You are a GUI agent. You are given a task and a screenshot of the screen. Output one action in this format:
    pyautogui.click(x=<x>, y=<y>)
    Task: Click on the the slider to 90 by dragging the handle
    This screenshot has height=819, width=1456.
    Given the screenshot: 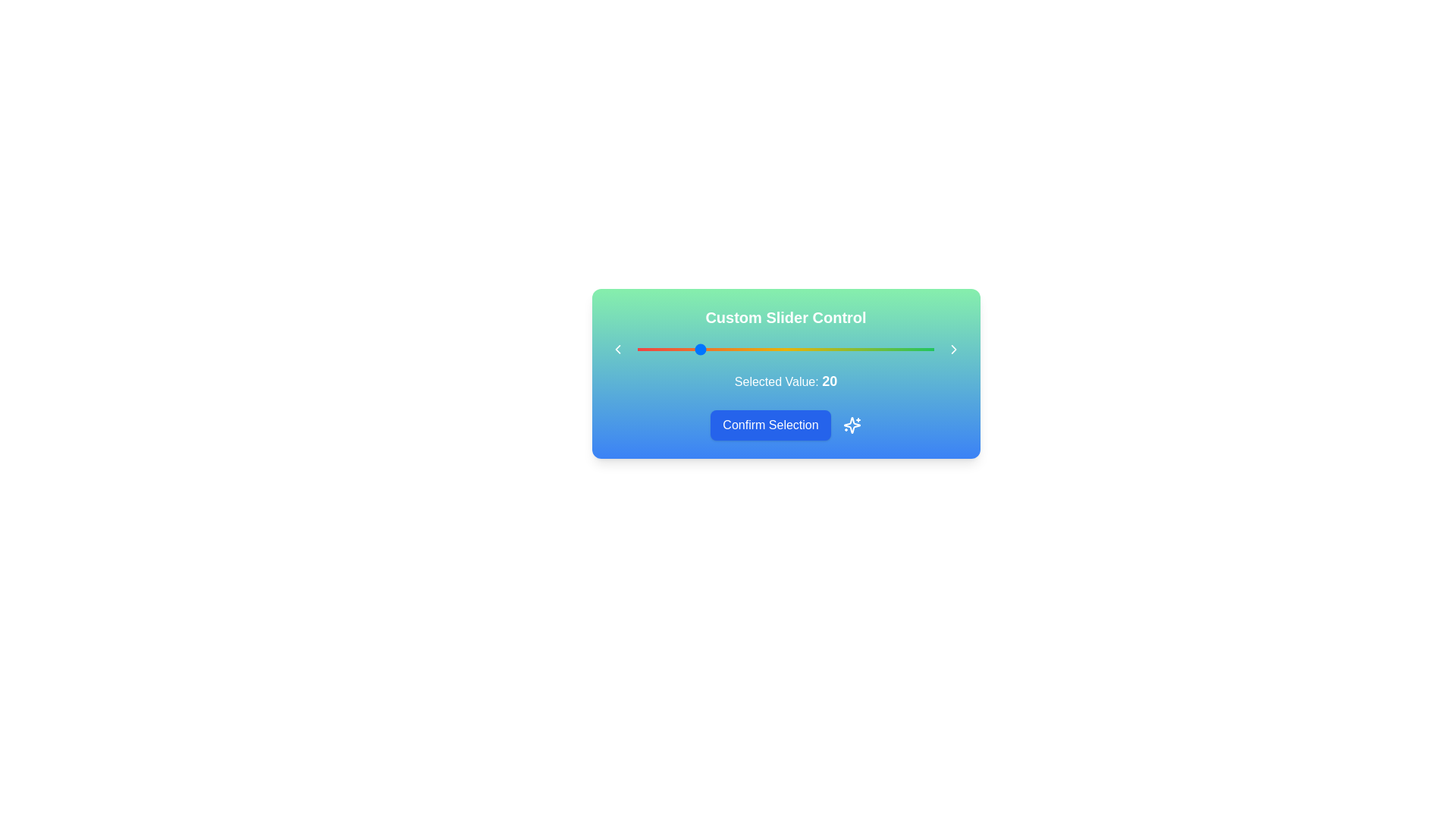 What is the action you would take?
    pyautogui.click(x=905, y=350)
    